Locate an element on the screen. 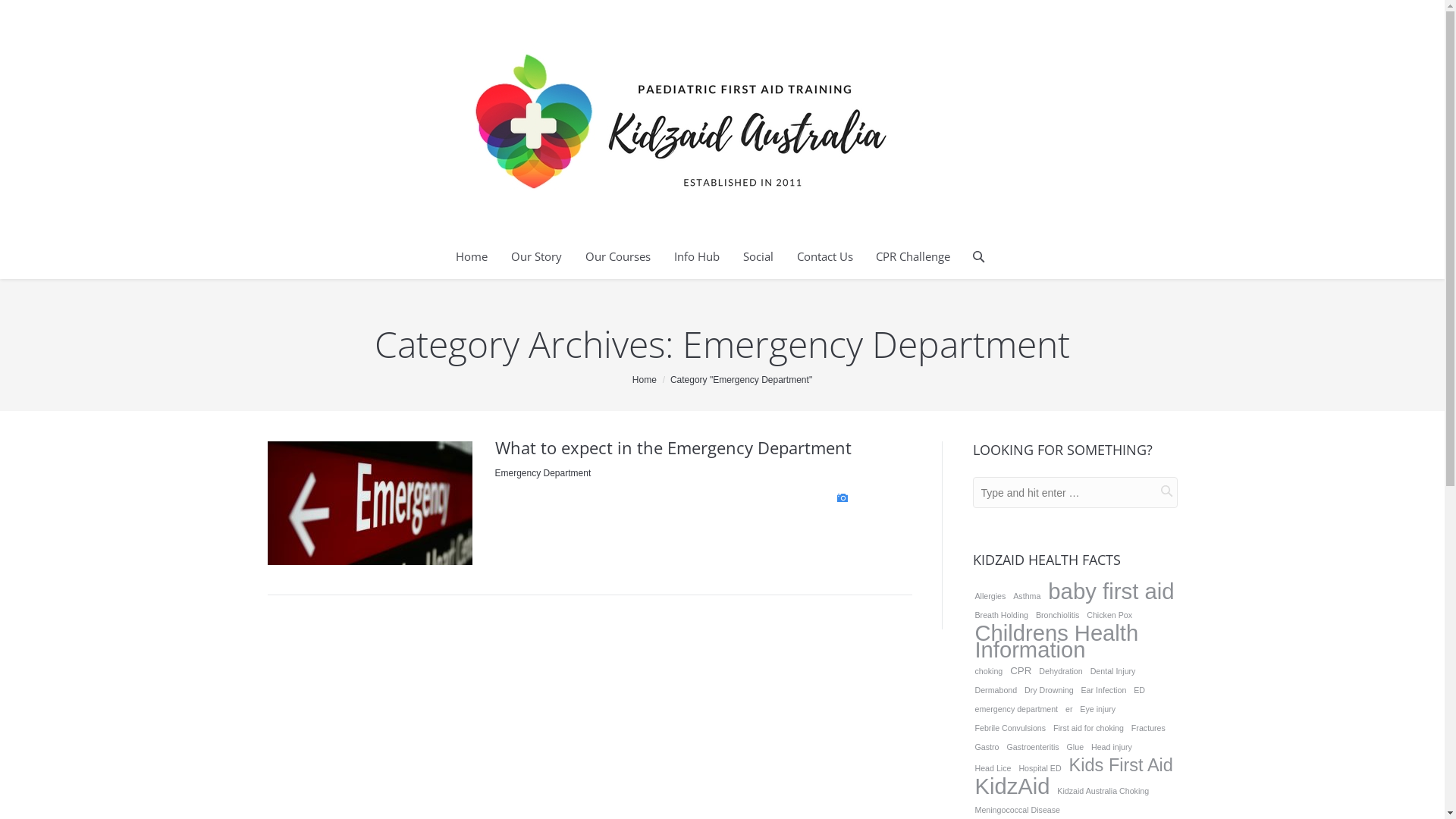  'Eye injury' is located at coordinates (1097, 708).